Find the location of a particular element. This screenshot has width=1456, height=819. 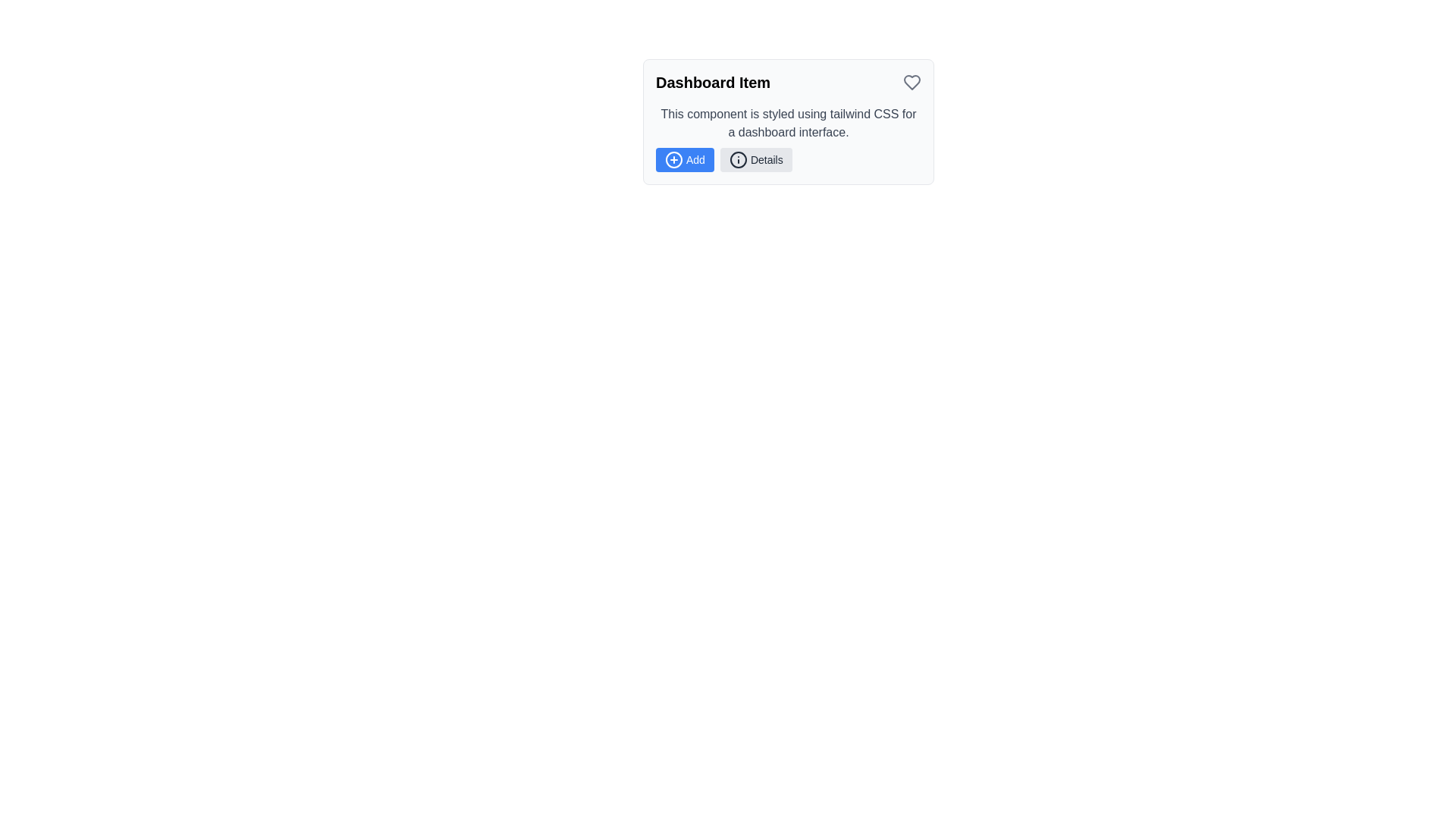

the static text block that reads 'This component is styled using tailwind CSS for a dashboard interface.' positioned below the 'Dashboard Item' title and above the 'Add' and 'Details' buttons is located at coordinates (789, 122).